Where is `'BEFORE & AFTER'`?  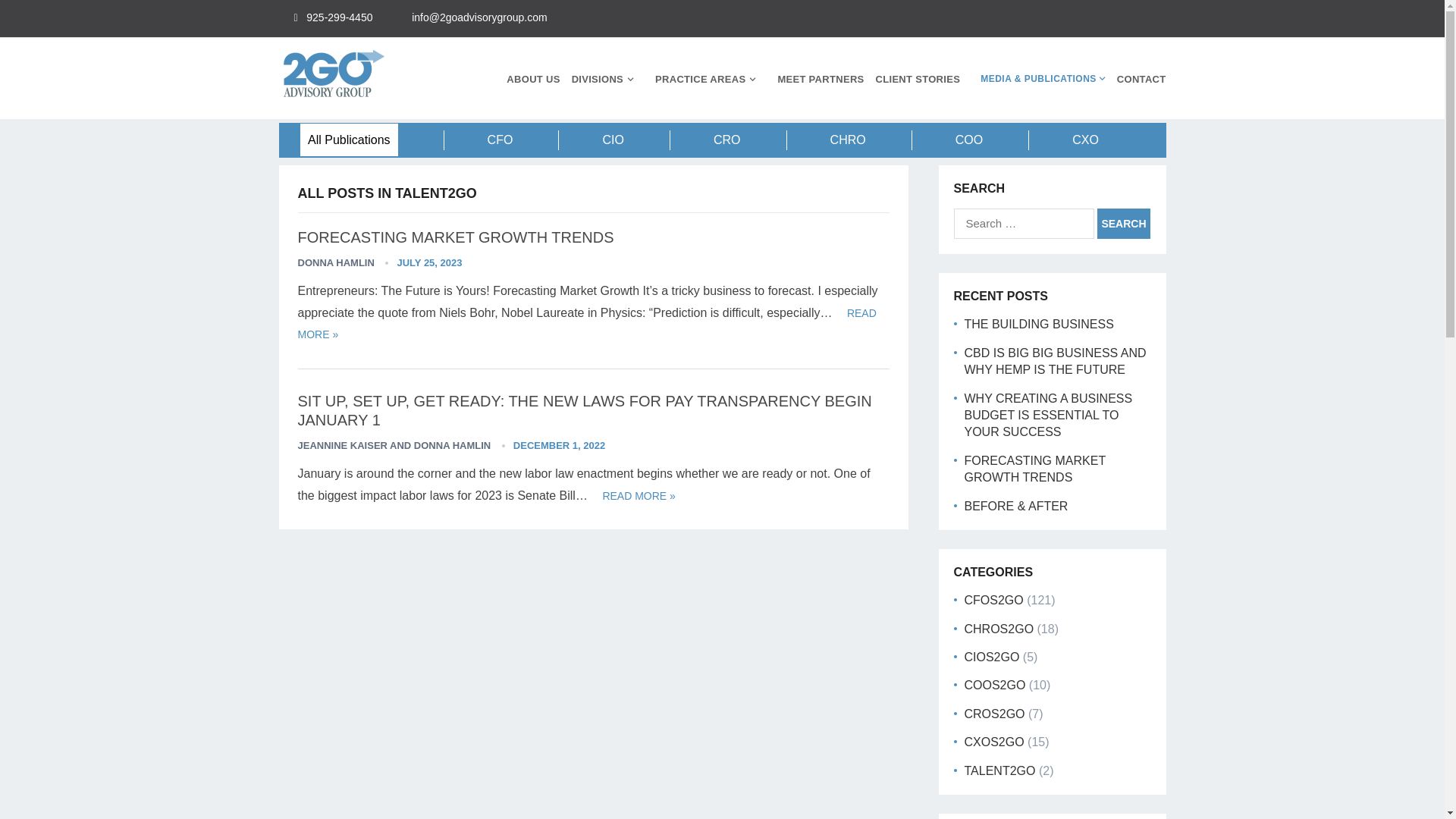
'BEFORE & AFTER' is located at coordinates (1016, 505).